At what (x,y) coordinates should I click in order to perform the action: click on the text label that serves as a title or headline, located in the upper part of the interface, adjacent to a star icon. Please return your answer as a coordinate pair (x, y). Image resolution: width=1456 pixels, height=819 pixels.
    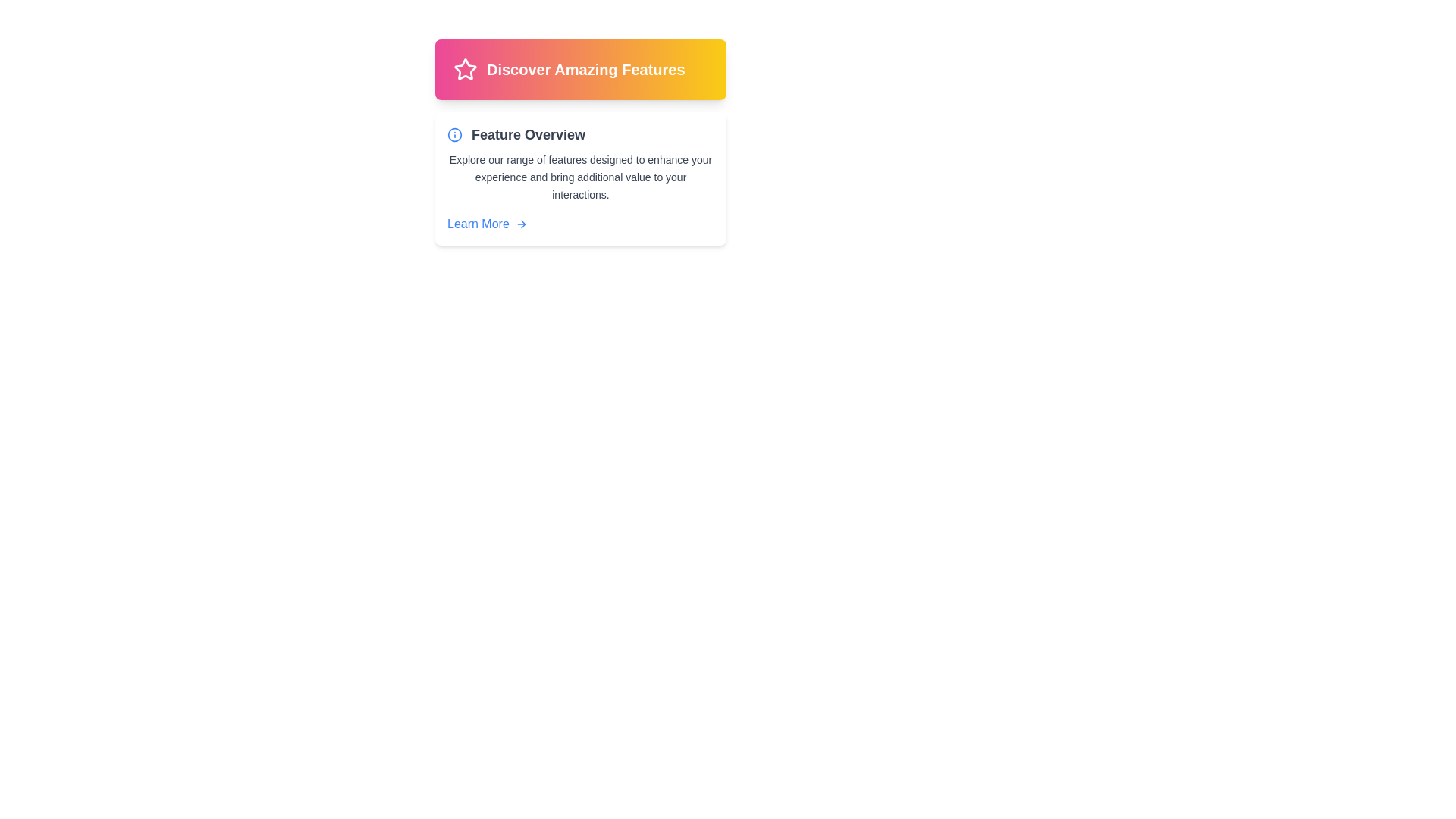
    Looking at the image, I should click on (585, 70).